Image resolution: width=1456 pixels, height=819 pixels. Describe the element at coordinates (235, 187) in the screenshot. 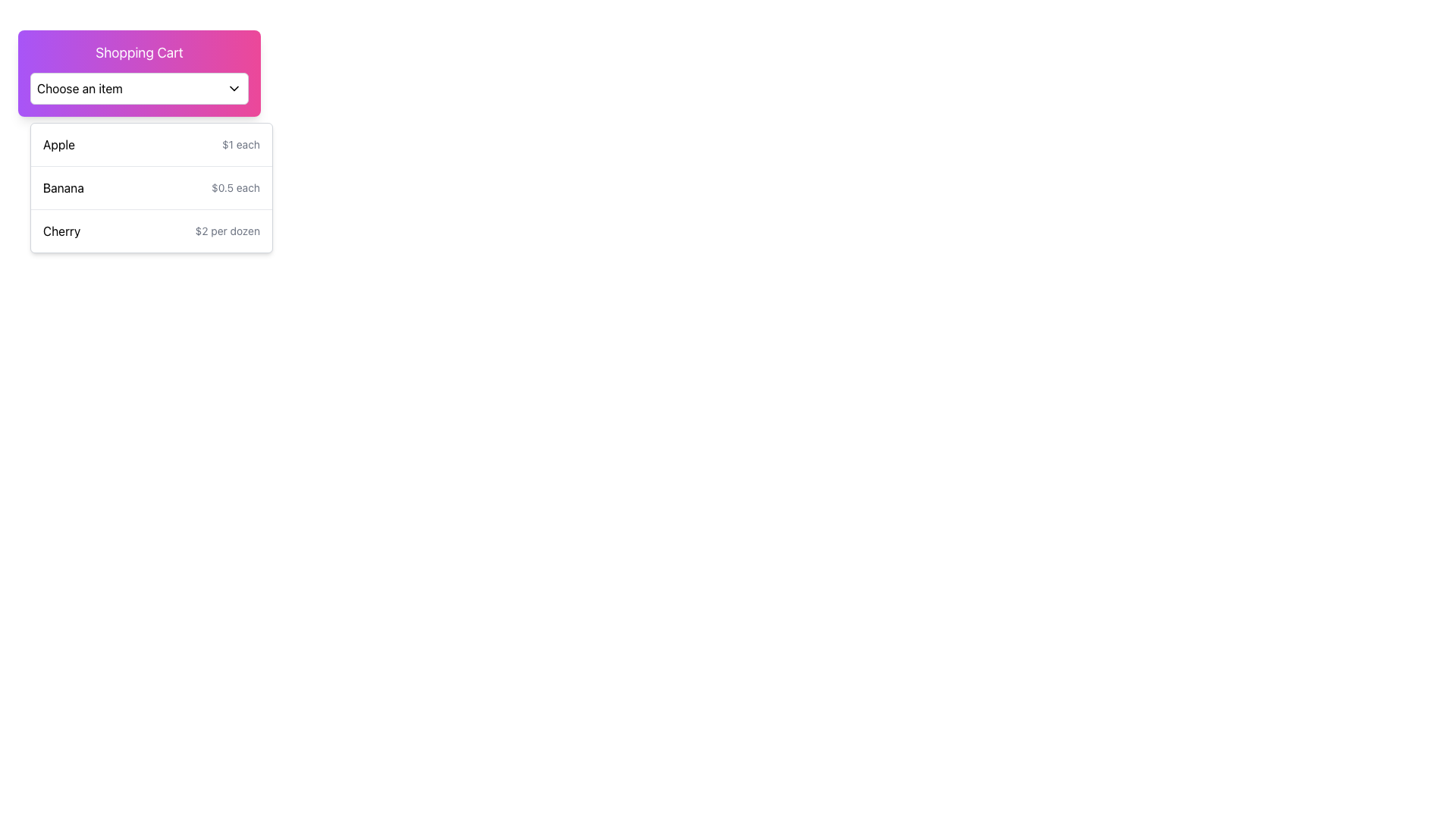

I see `the small gray text element displaying the price information '$0.5 each' located next to the 'Banana' text` at that location.